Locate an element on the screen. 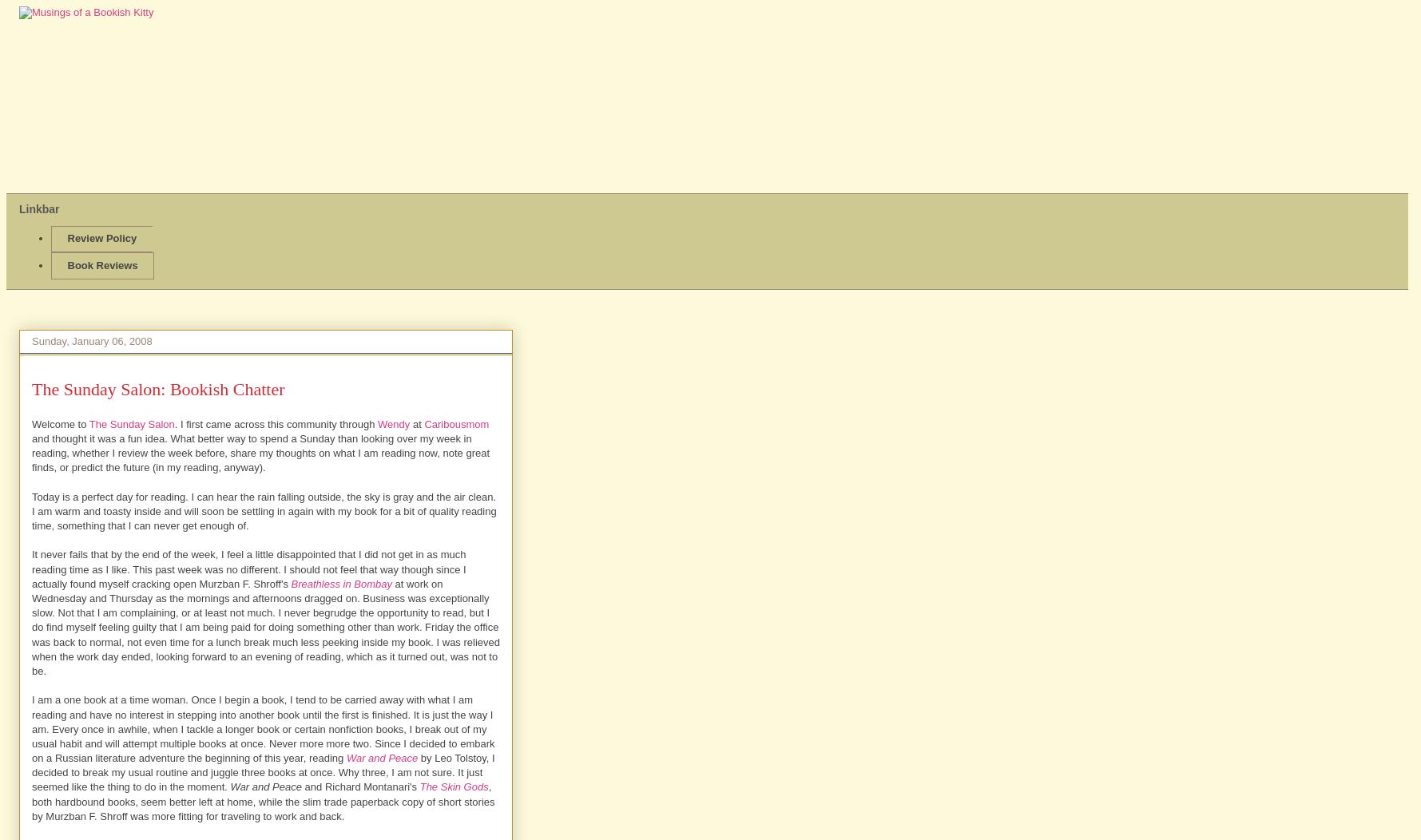 Image resolution: width=1421 pixels, height=840 pixels. 'Sunday, January 06, 2008' is located at coordinates (32, 340).